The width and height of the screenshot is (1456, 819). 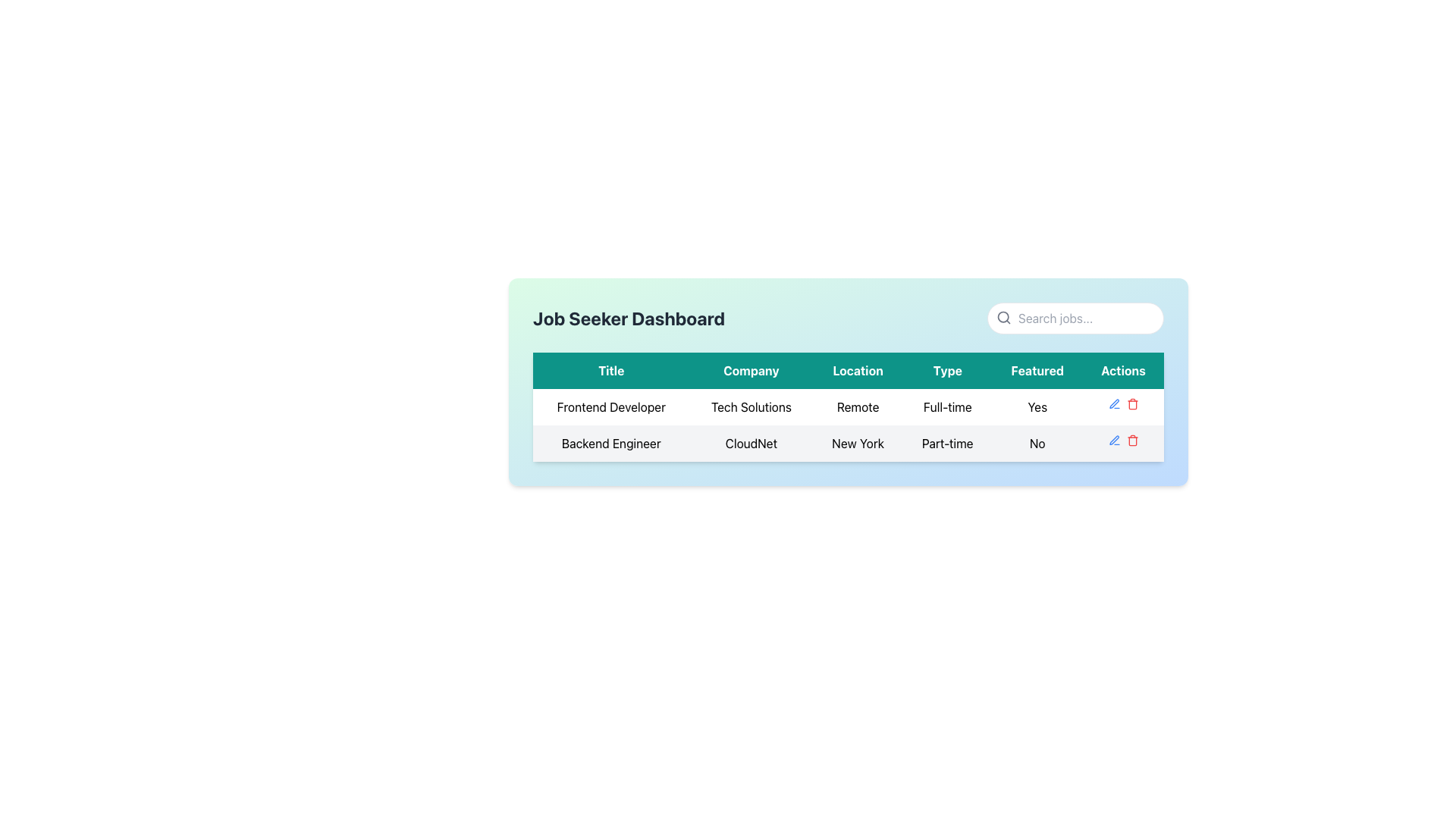 I want to click on the text input field for job search located in the top-right section of the Job Seeker Dashboard interface, so click(x=1075, y=318).